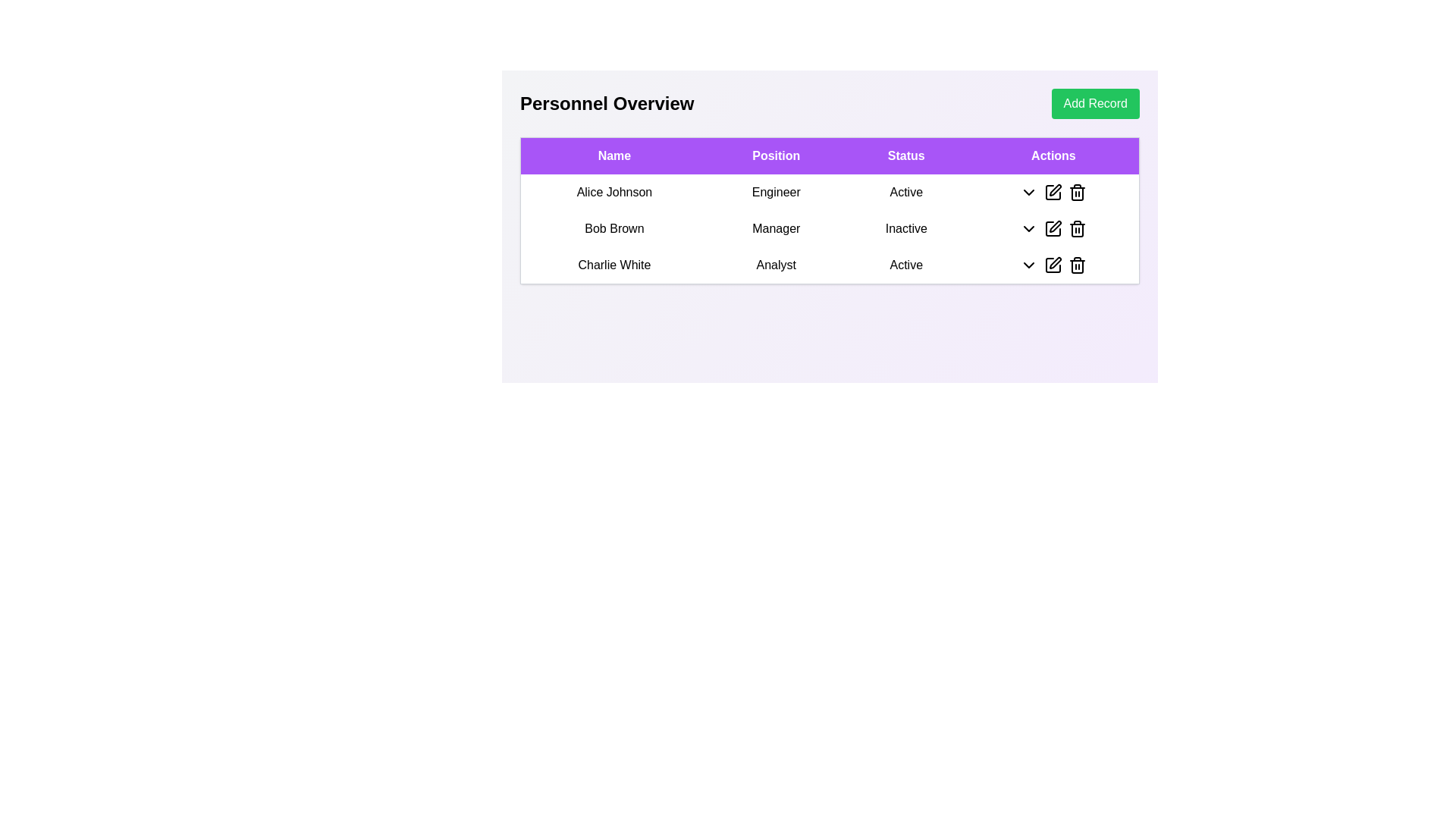  I want to click on the text label displaying 'Engineer' located in the second column of the personnel information table, under the header 'Position', so click(776, 192).